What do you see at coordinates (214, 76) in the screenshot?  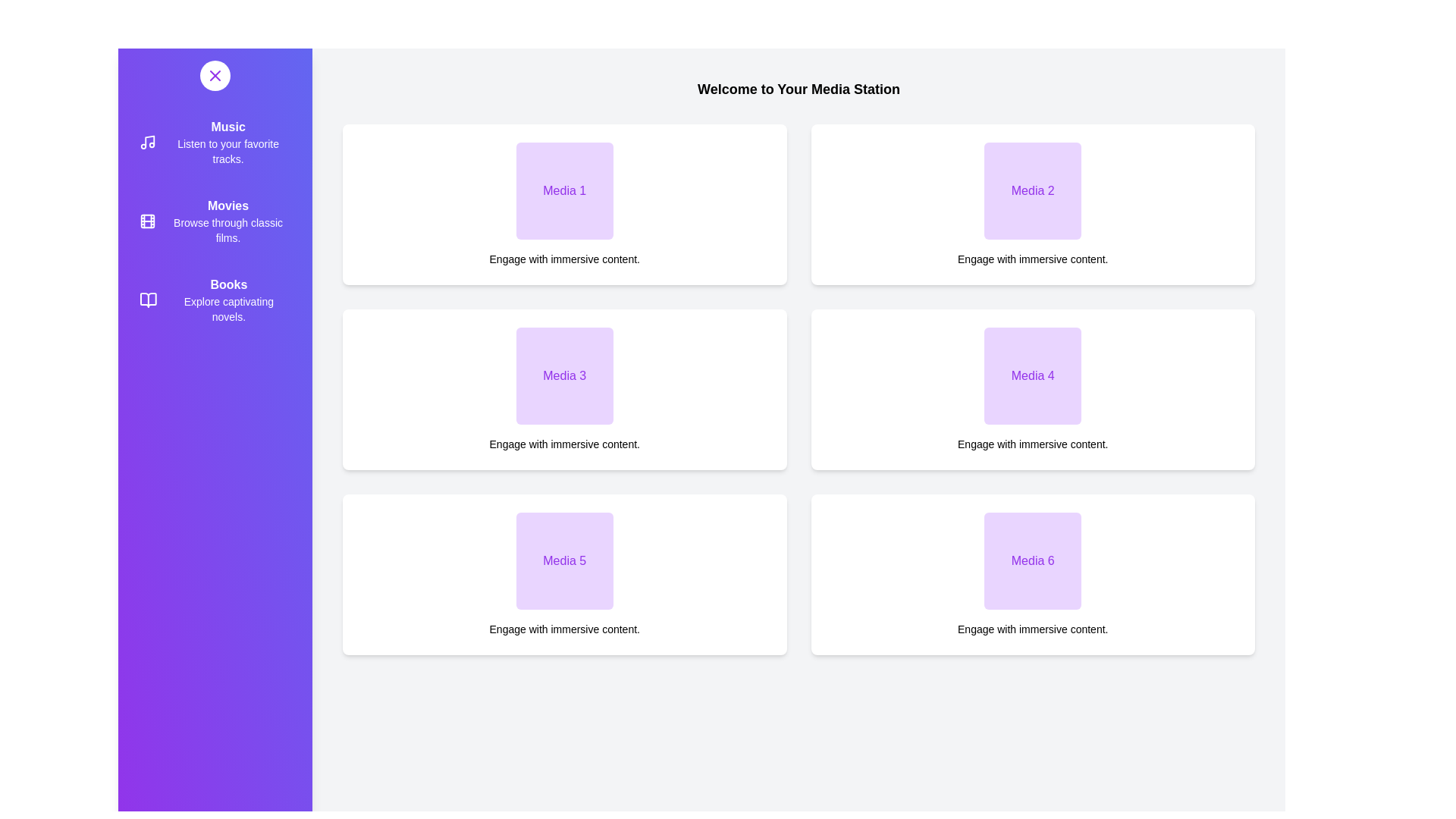 I see `button to toggle the MediaDrawer` at bounding box center [214, 76].